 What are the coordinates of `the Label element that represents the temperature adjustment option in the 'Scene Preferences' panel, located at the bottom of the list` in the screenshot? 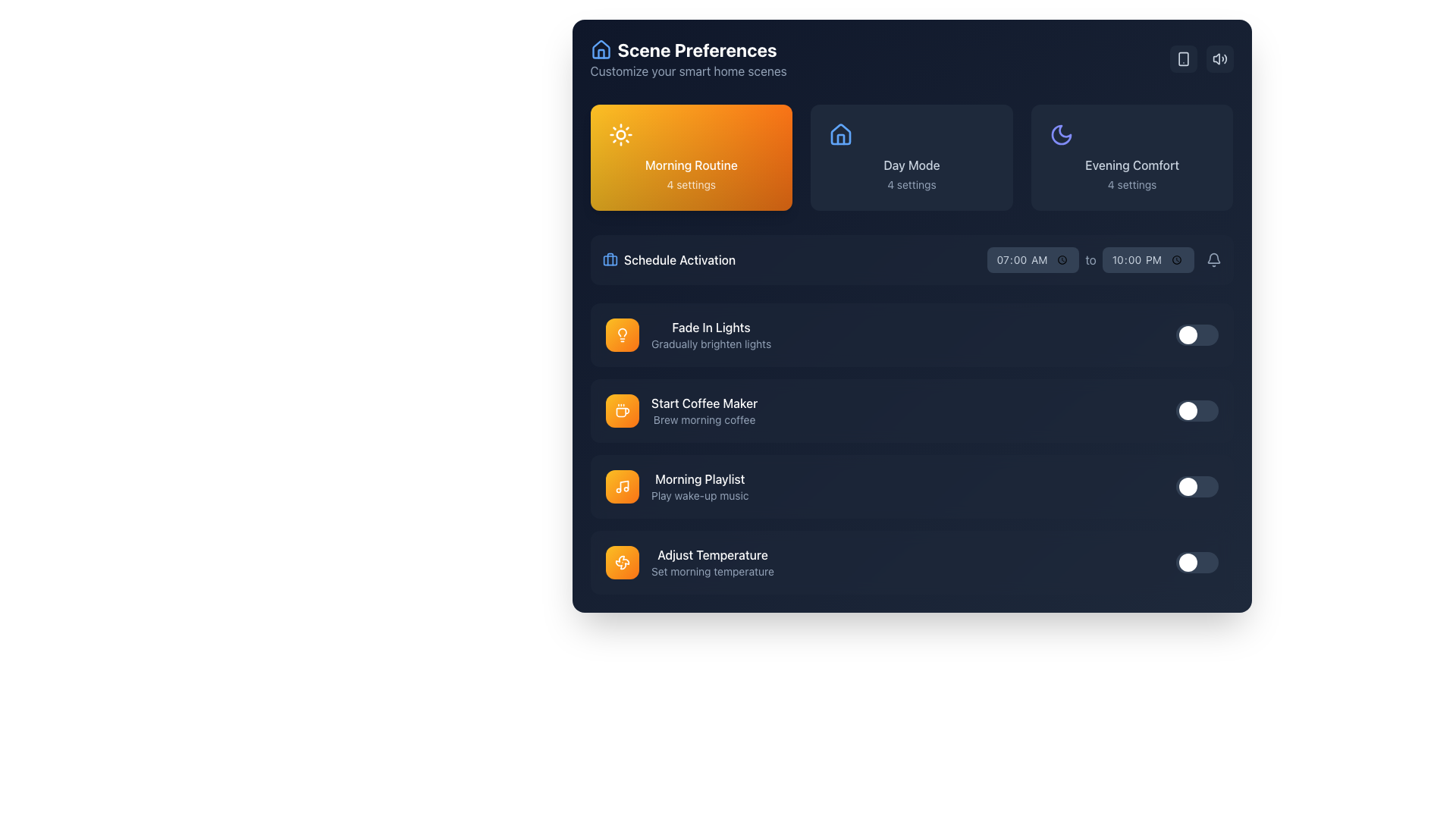 It's located at (689, 562).